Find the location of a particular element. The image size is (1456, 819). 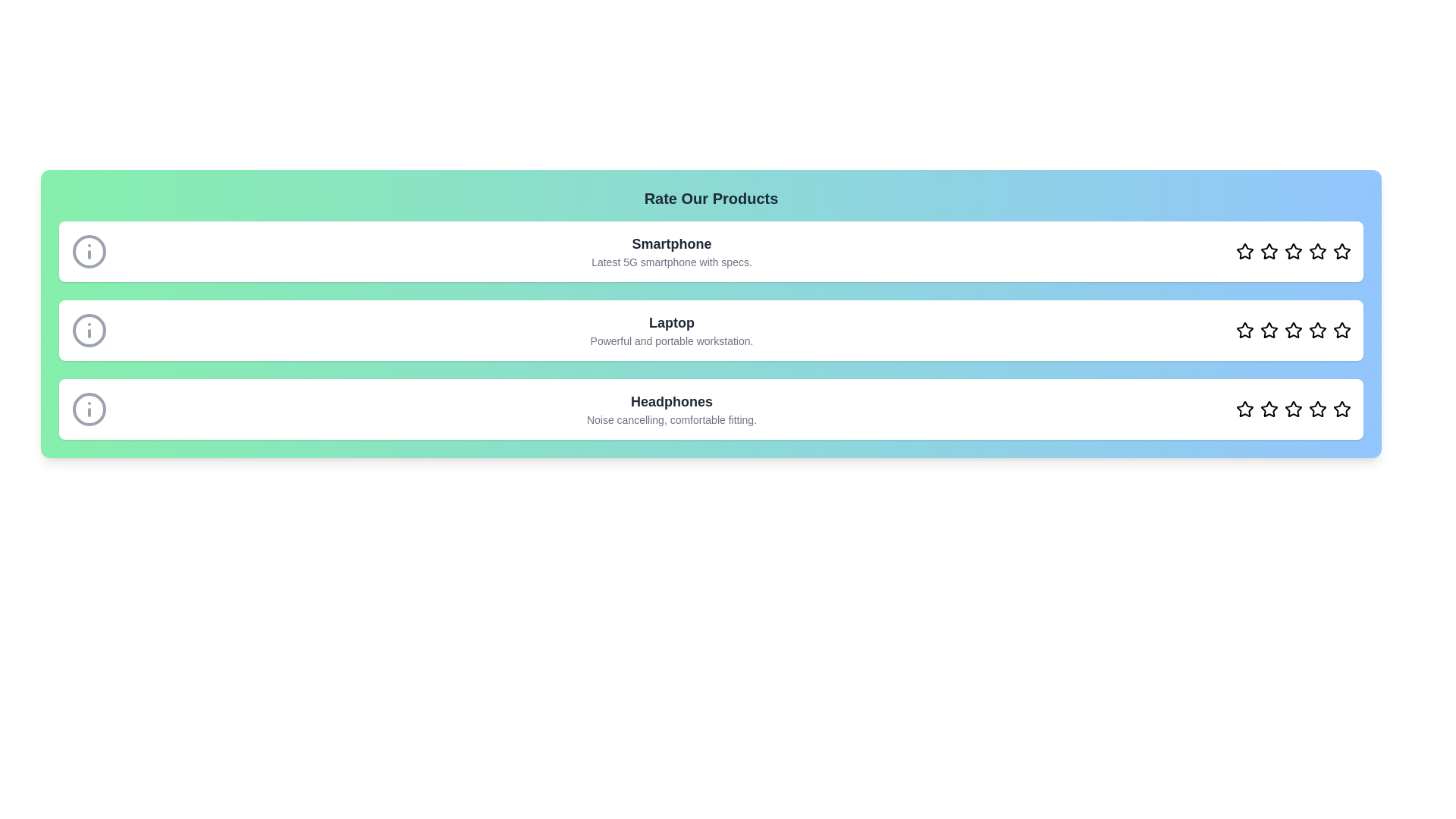

the third star icon in the rating system for the 'Laptop - Powerful and portable workstation' section is located at coordinates (1292, 329).